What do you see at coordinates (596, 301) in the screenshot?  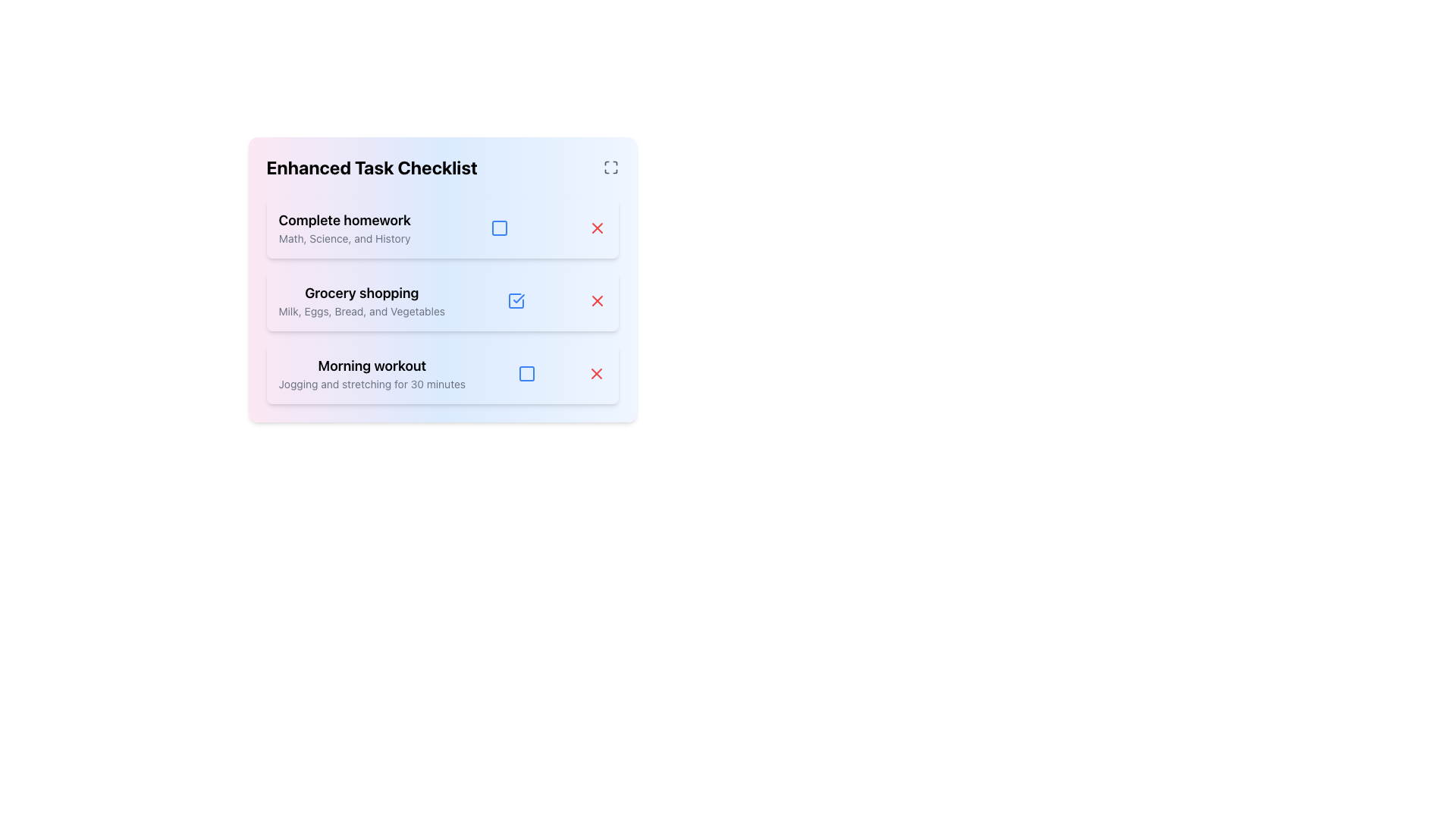 I see `the red cross icon within the checklist interface next to the 'Grocery shopping' item` at bounding box center [596, 301].